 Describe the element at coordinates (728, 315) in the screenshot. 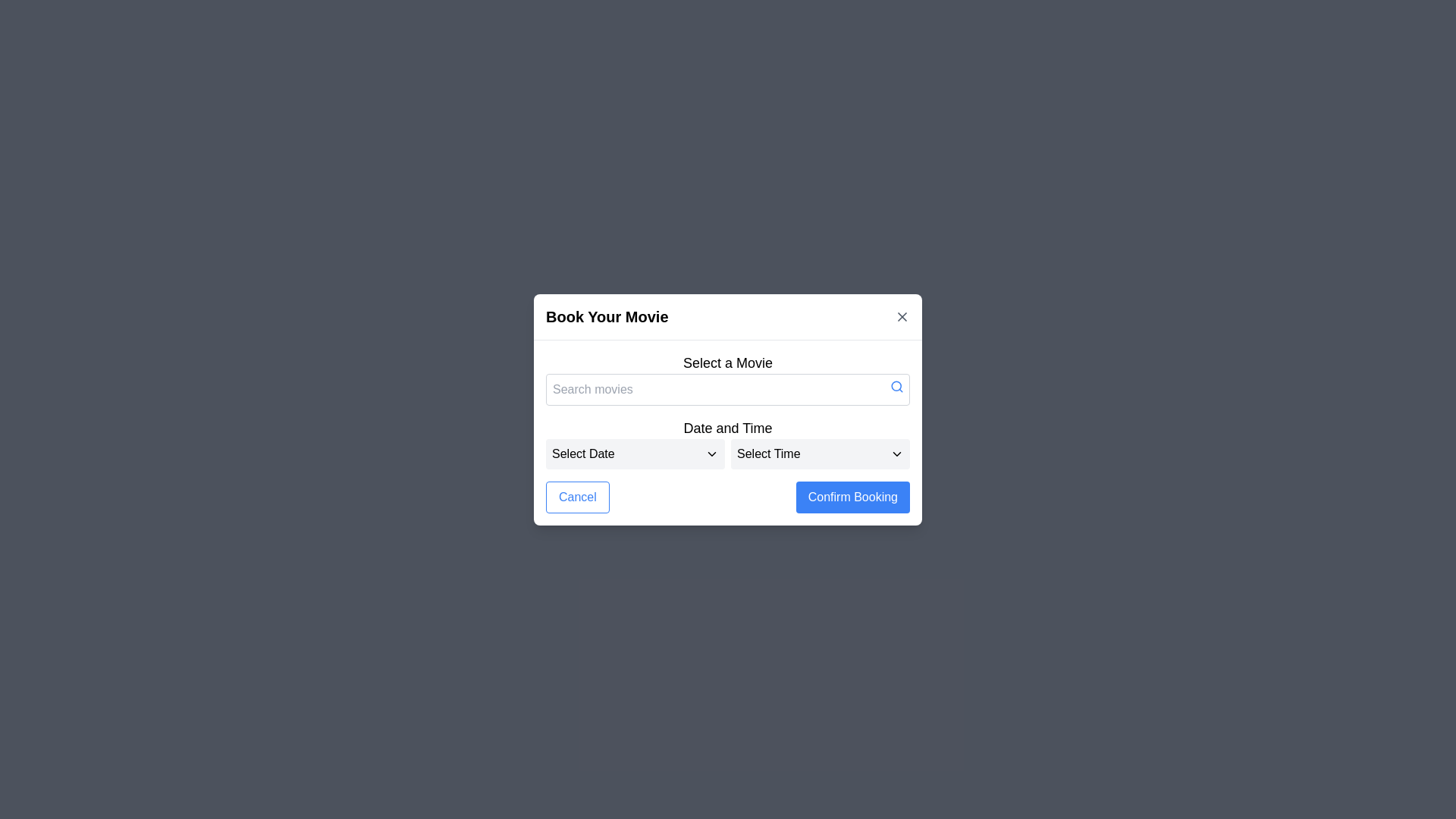

I see `the header element of the modal dialog box, which indicates the context of booking a movie` at that location.